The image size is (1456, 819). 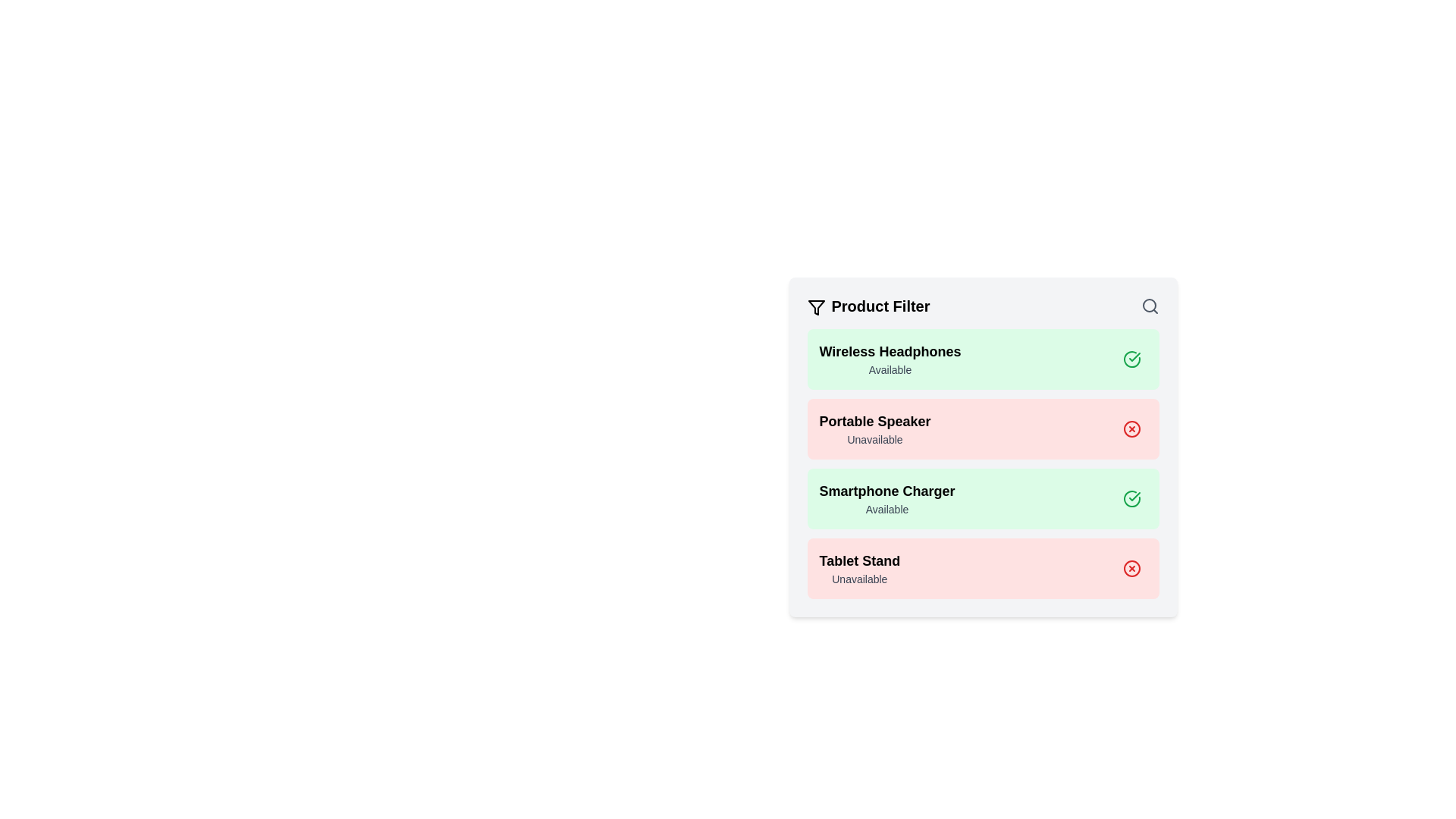 What do you see at coordinates (983, 447) in the screenshot?
I see `the text 'Unavailable' located on the rectangular card titled 'Portable Speaker', which is the second item in the 'Product Filter' section and has a red background indicating unavailability` at bounding box center [983, 447].